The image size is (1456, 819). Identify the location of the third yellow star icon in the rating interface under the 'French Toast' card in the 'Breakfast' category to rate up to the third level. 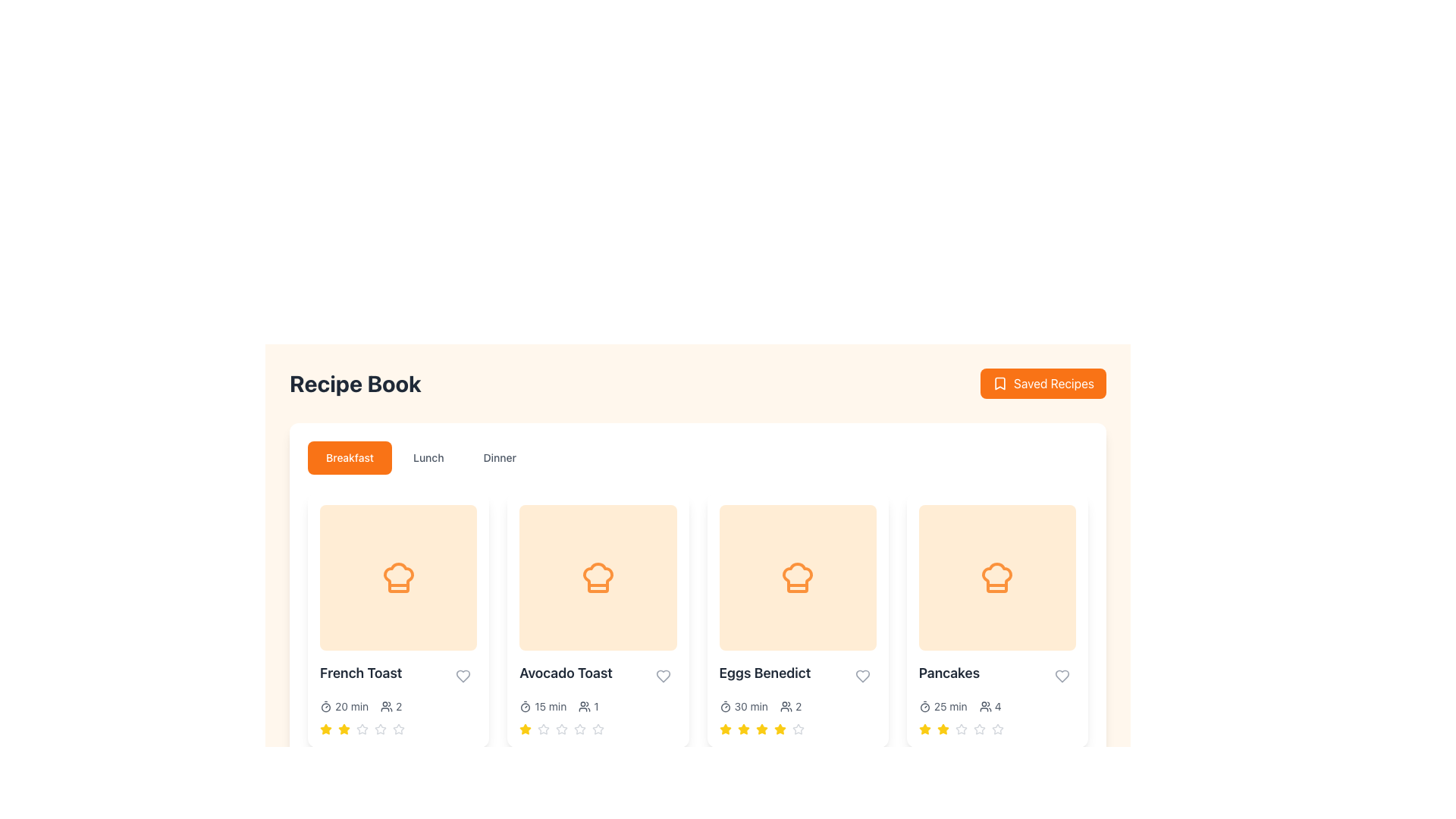
(344, 728).